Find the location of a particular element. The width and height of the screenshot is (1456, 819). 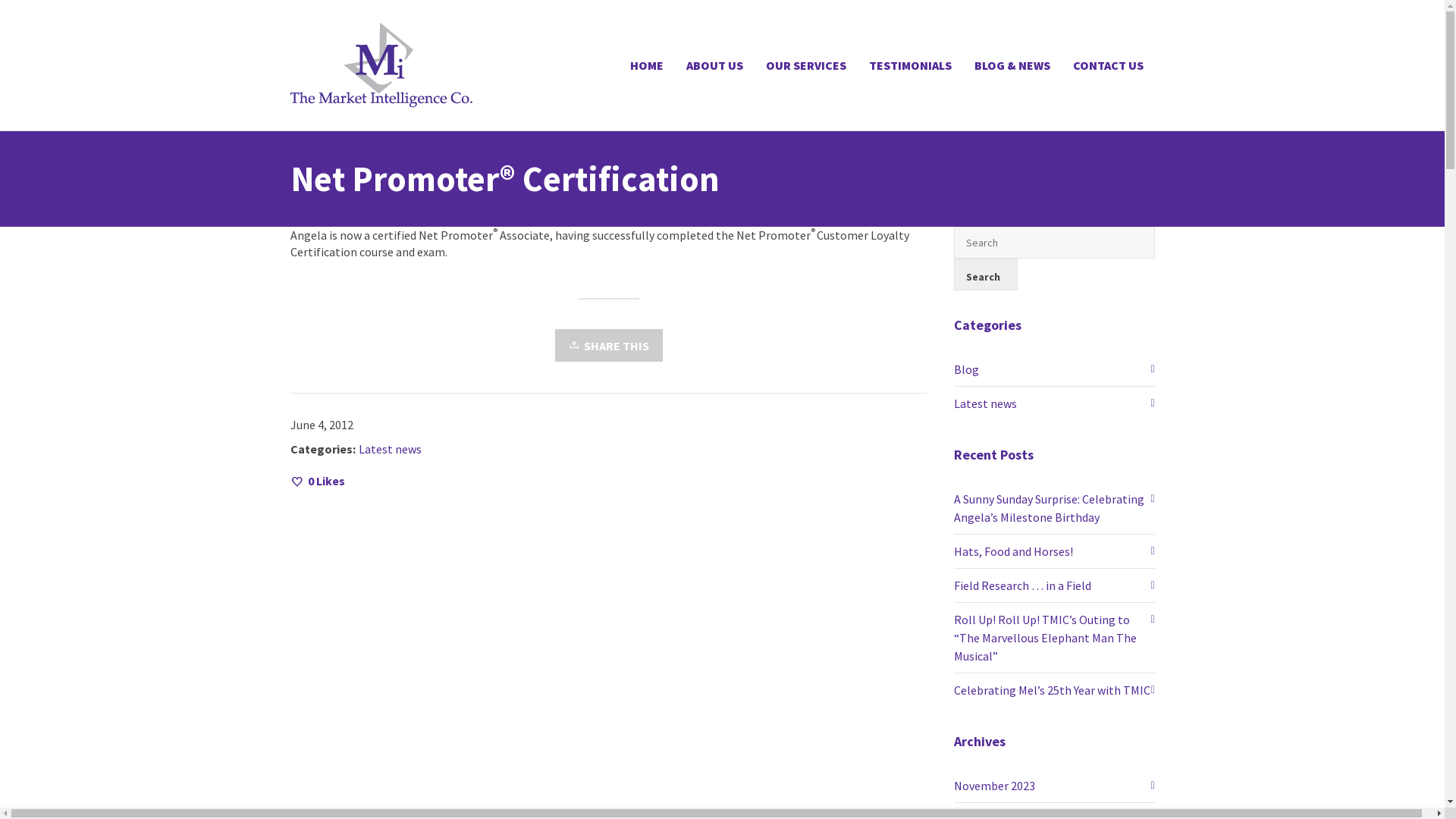

'Latest news' is located at coordinates (1053, 403).